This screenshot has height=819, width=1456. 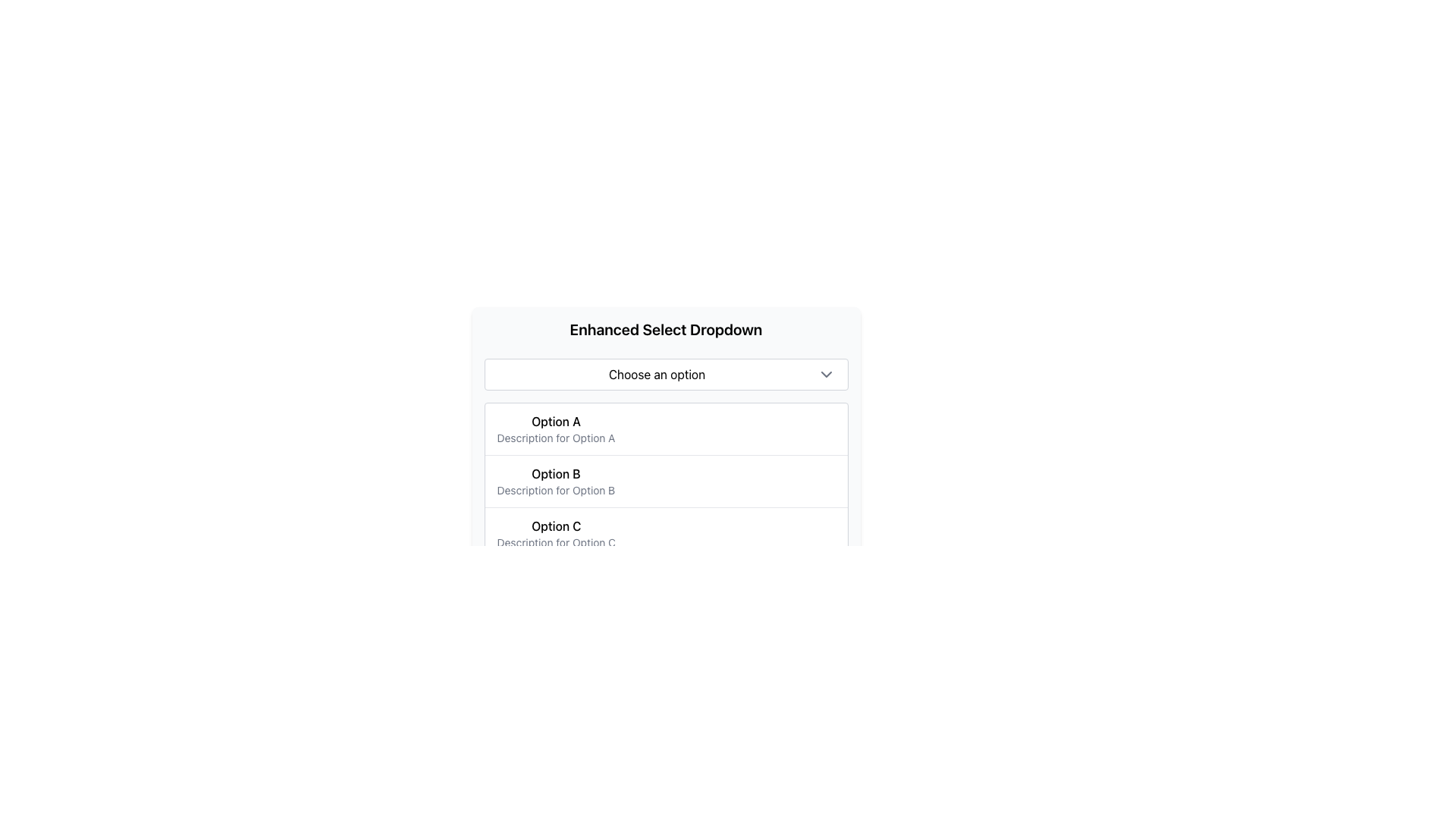 What do you see at coordinates (666, 482) in the screenshot?
I see `the options in the dropdown menu component located in the lower central part of the modal, below the 'Choose an option' button` at bounding box center [666, 482].